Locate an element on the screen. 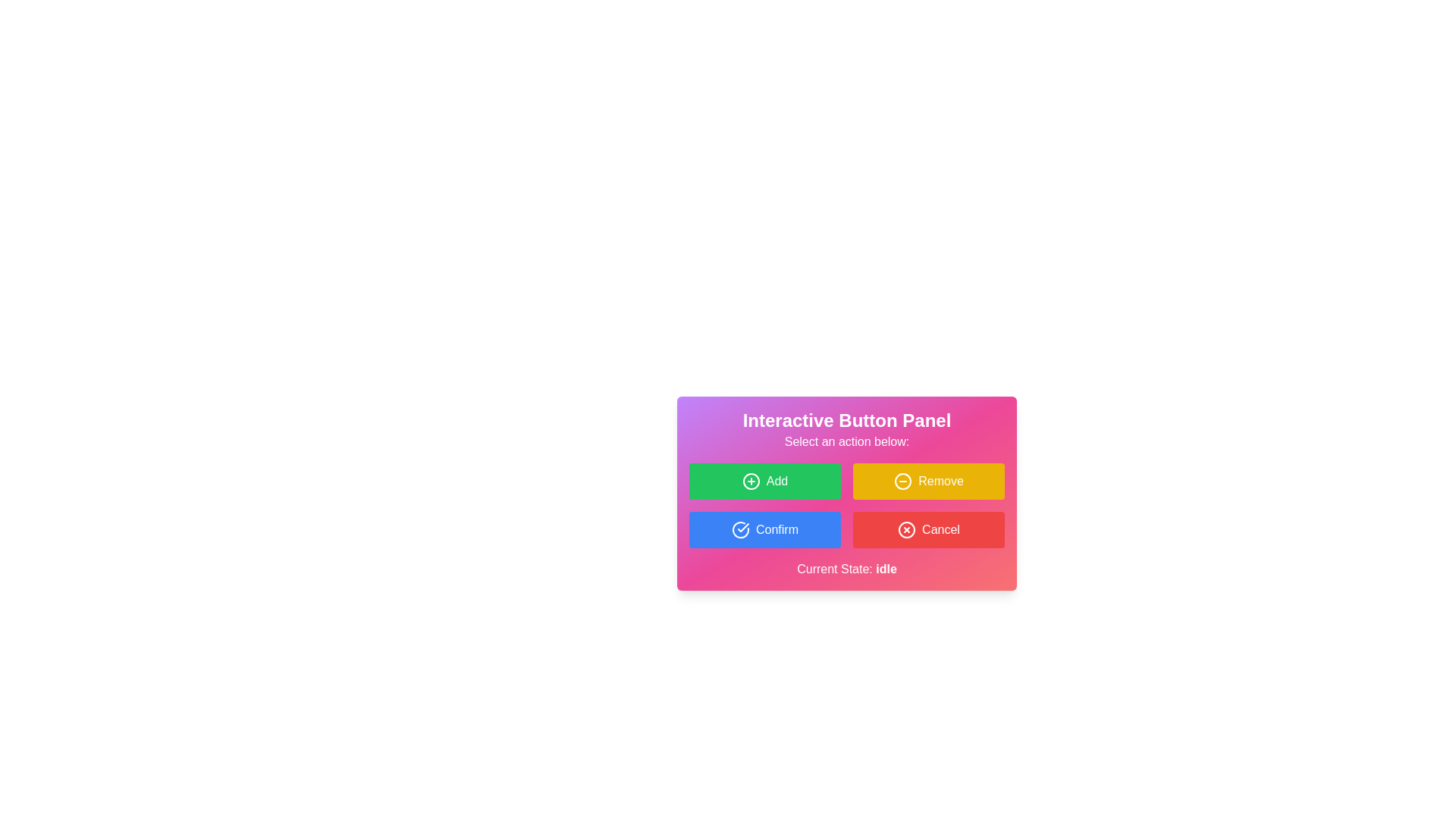 This screenshot has height=819, width=1456. the circular-shaped icon with a green ring and a white internal cross, which is located beside the 'Add' label in the top-left corner of the button layout is located at coordinates (751, 482).